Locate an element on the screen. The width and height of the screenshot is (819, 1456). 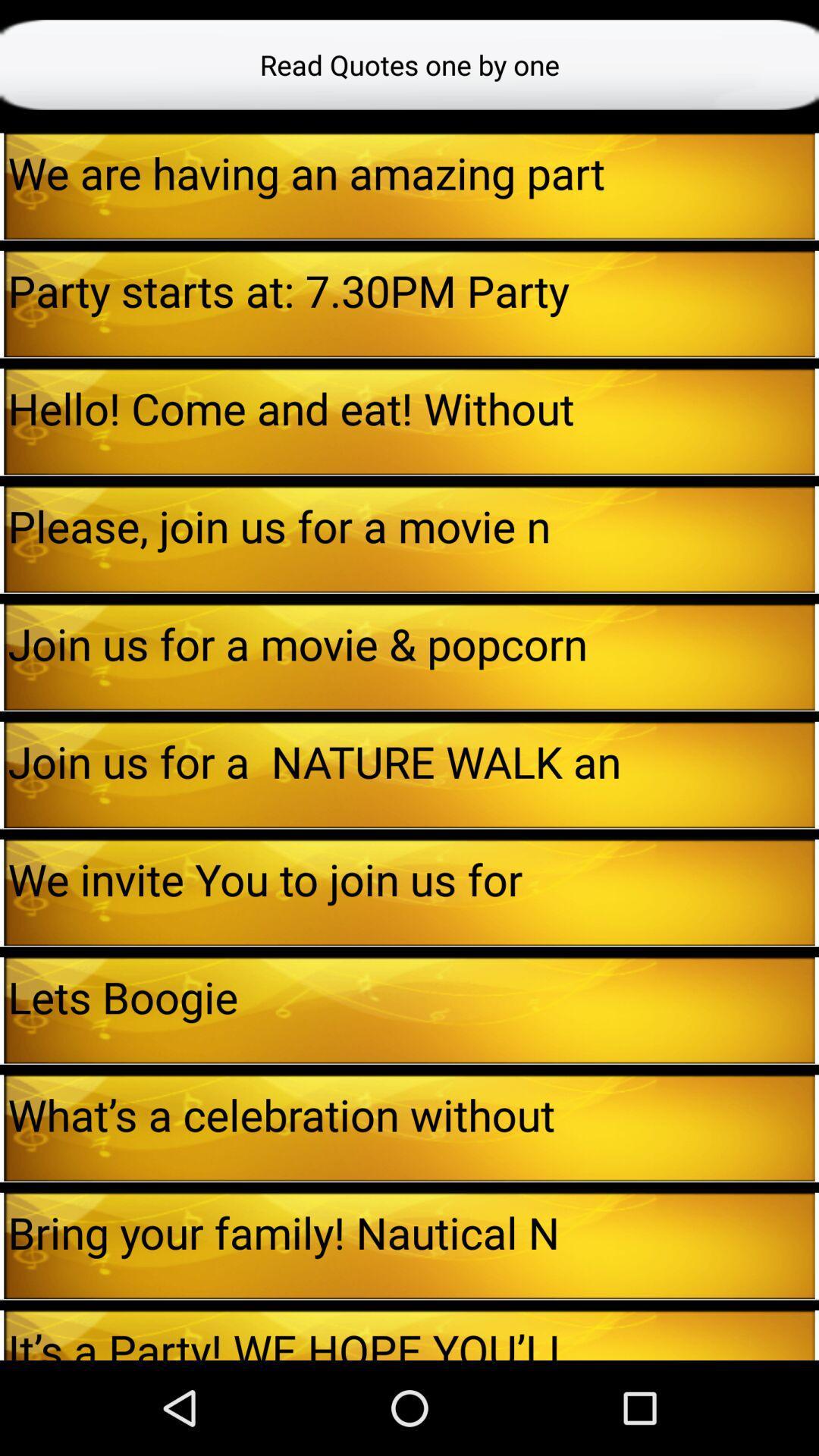
the lets boogie is located at coordinates (411, 996).